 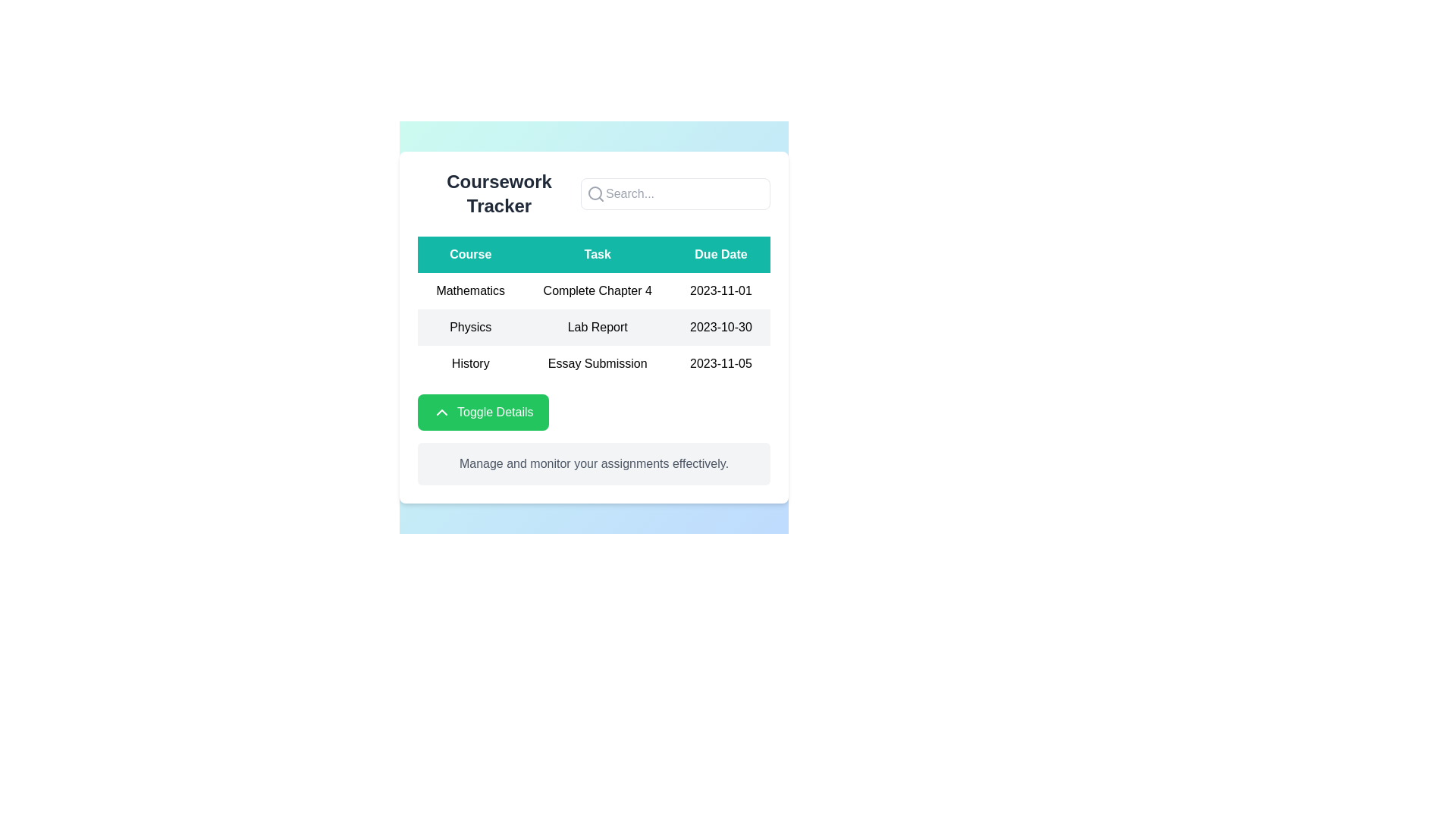 What do you see at coordinates (593, 253) in the screenshot?
I see `header row of the table containing the text 'Course', 'Task', and 'Due Date' with a teal background to understand its content layout` at bounding box center [593, 253].